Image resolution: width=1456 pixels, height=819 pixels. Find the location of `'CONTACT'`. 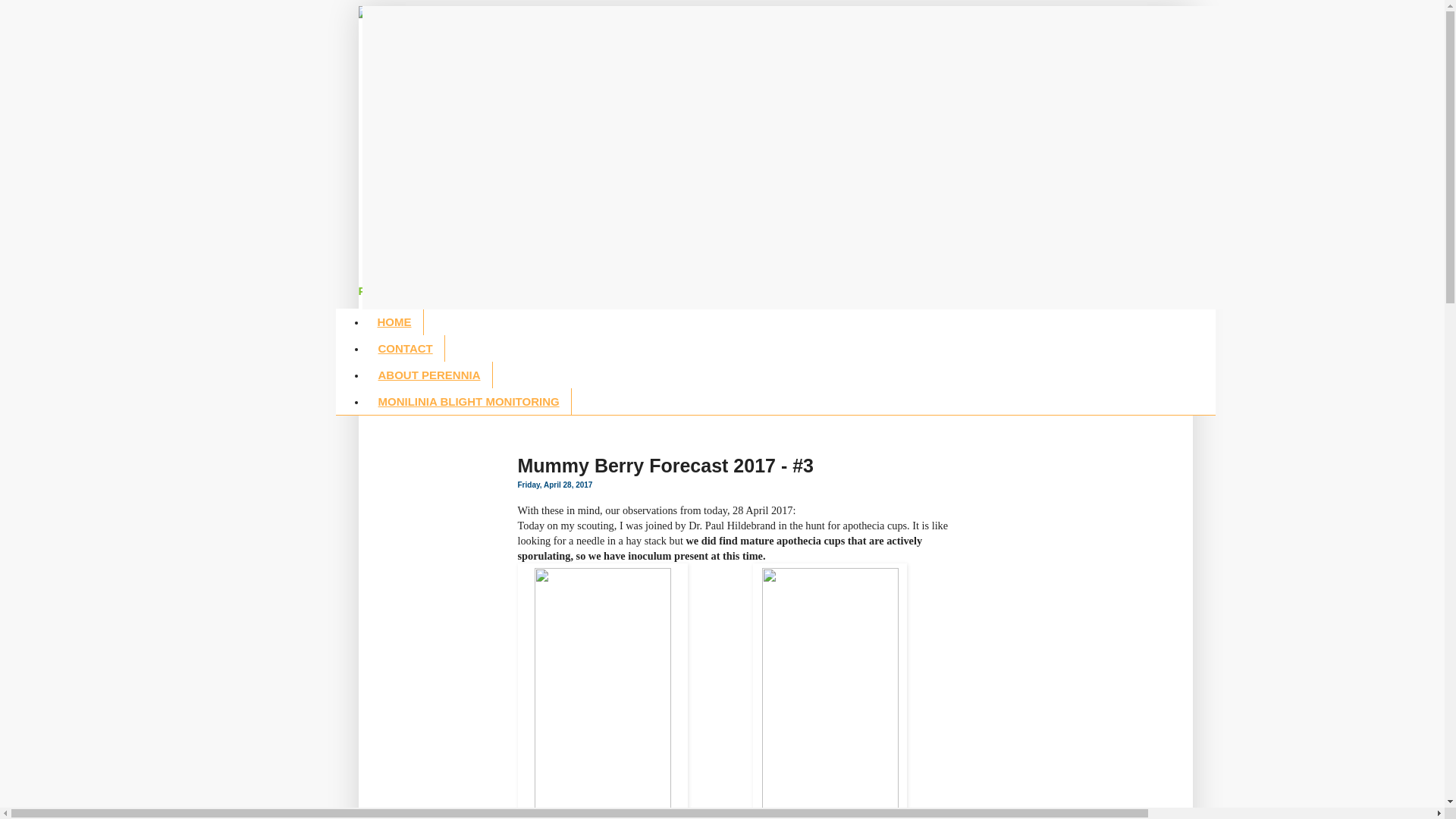

'CONTACT' is located at coordinates (404, 348).